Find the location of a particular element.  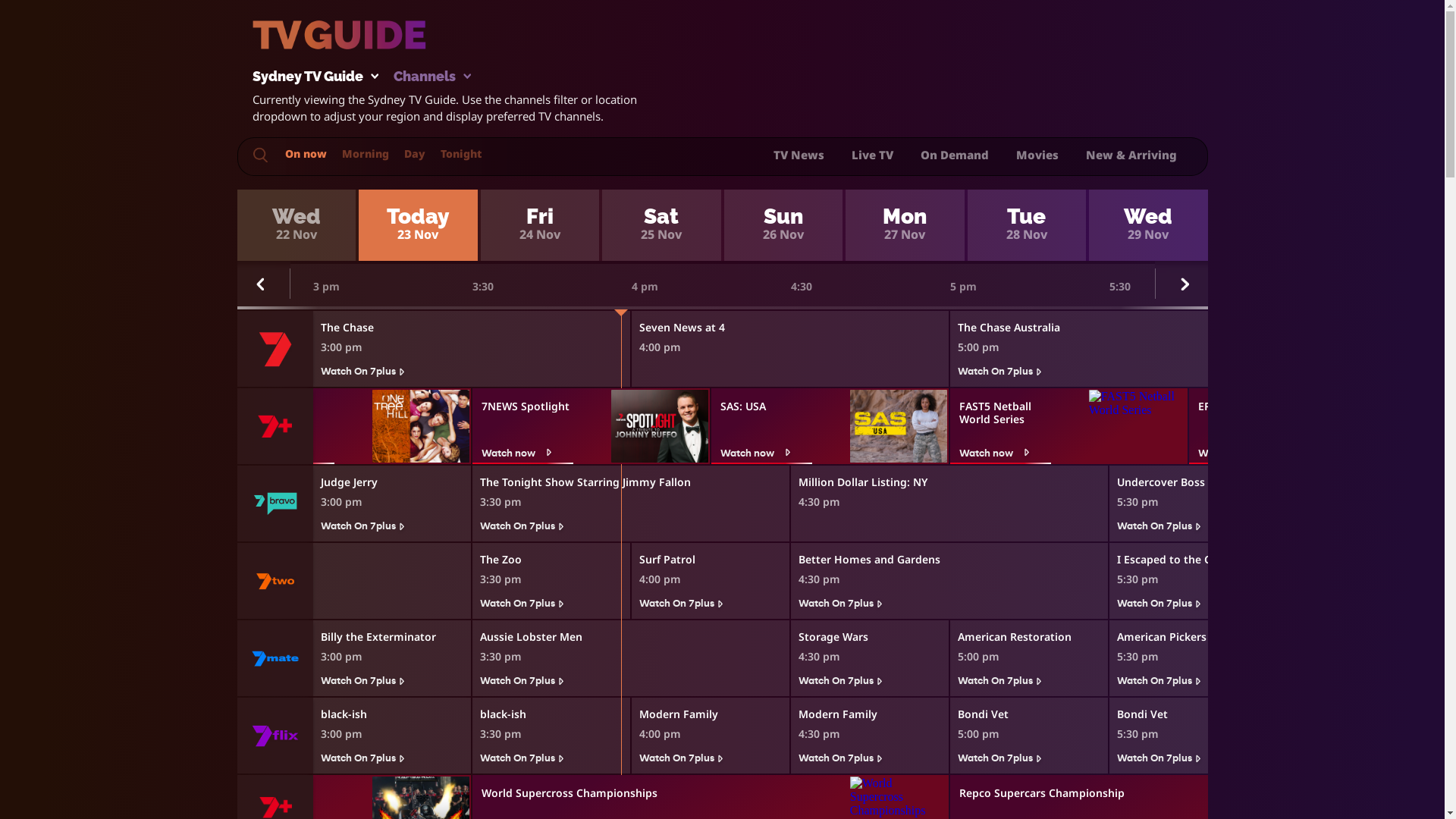

'Live TV' is located at coordinates (871, 155).